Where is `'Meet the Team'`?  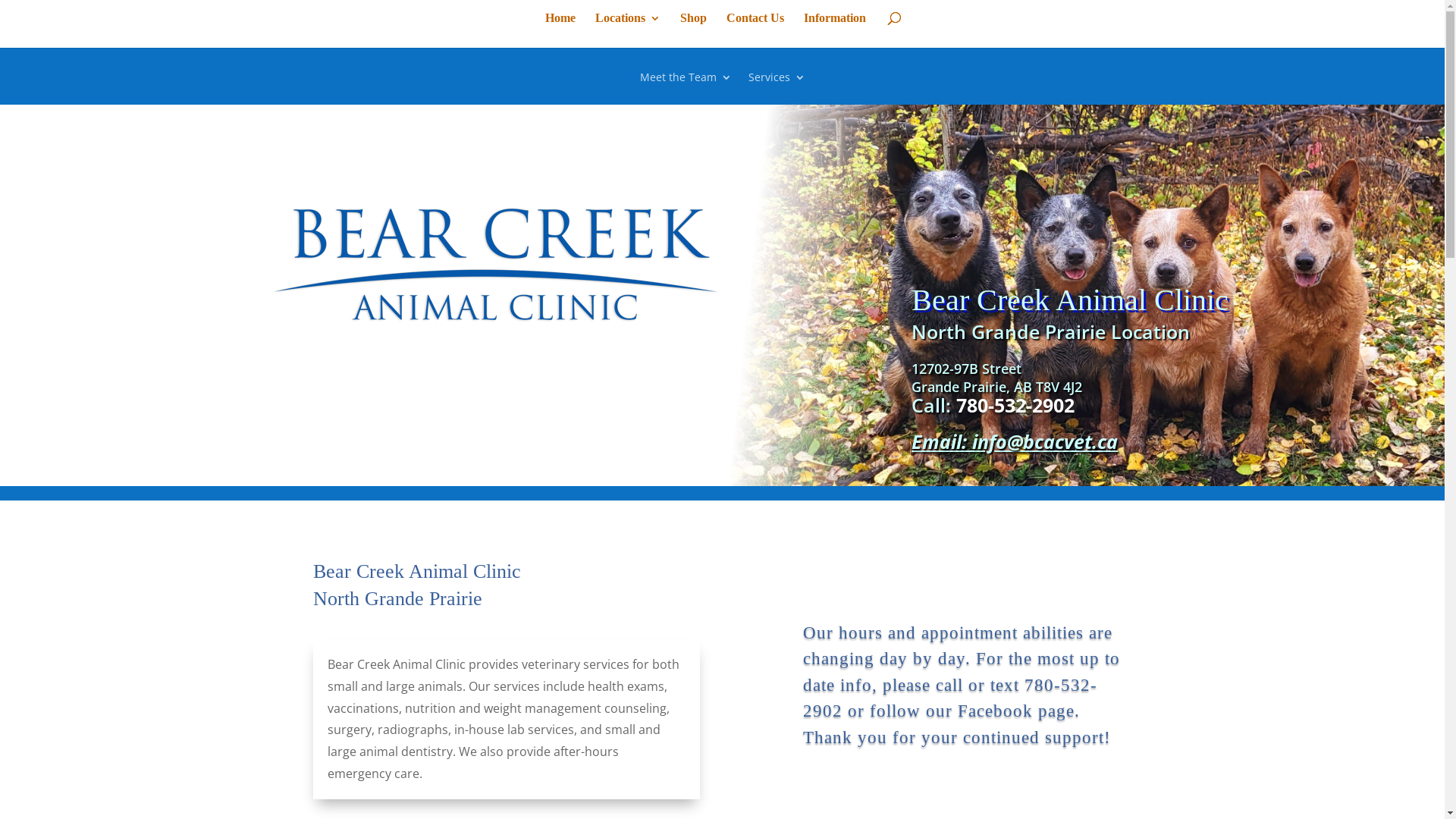
'Meet the Team' is located at coordinates (685, 88).